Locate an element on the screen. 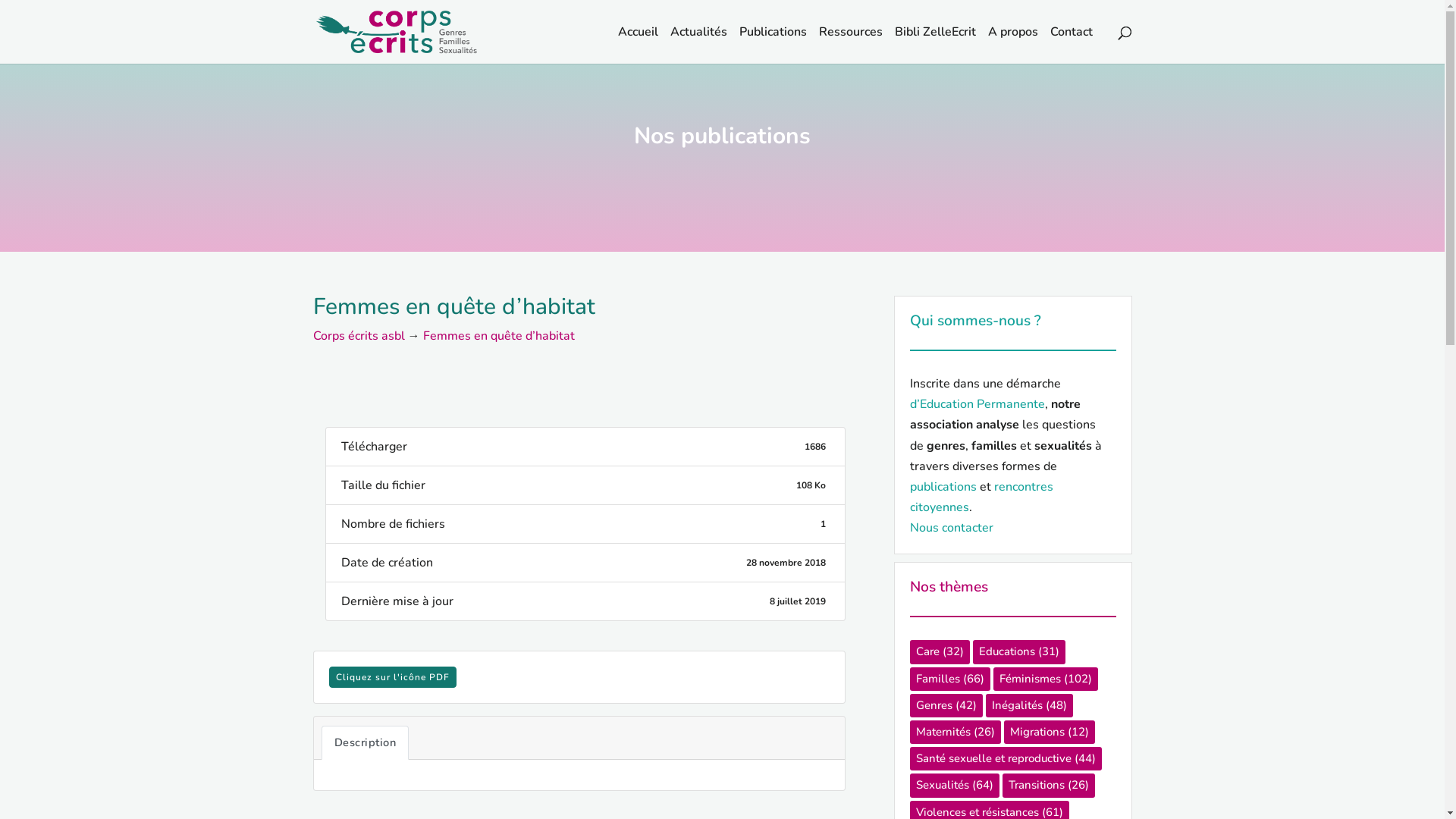  'Genres (42)' is located at coordinates (946, 705).